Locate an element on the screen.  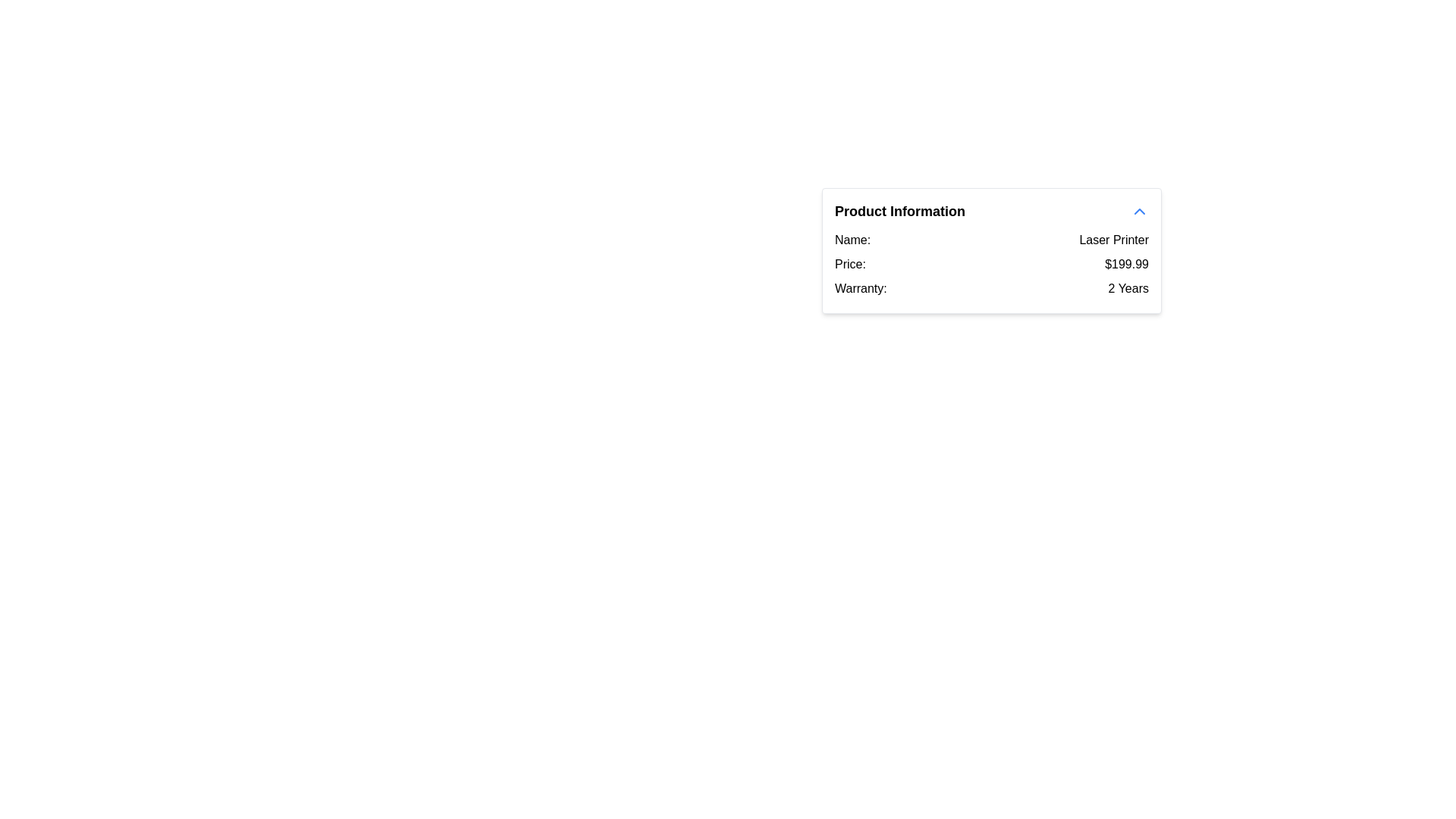
the Chevron Icon located at the rightmost end of the 'Product Information' header is located at coordinates (1139, 211).